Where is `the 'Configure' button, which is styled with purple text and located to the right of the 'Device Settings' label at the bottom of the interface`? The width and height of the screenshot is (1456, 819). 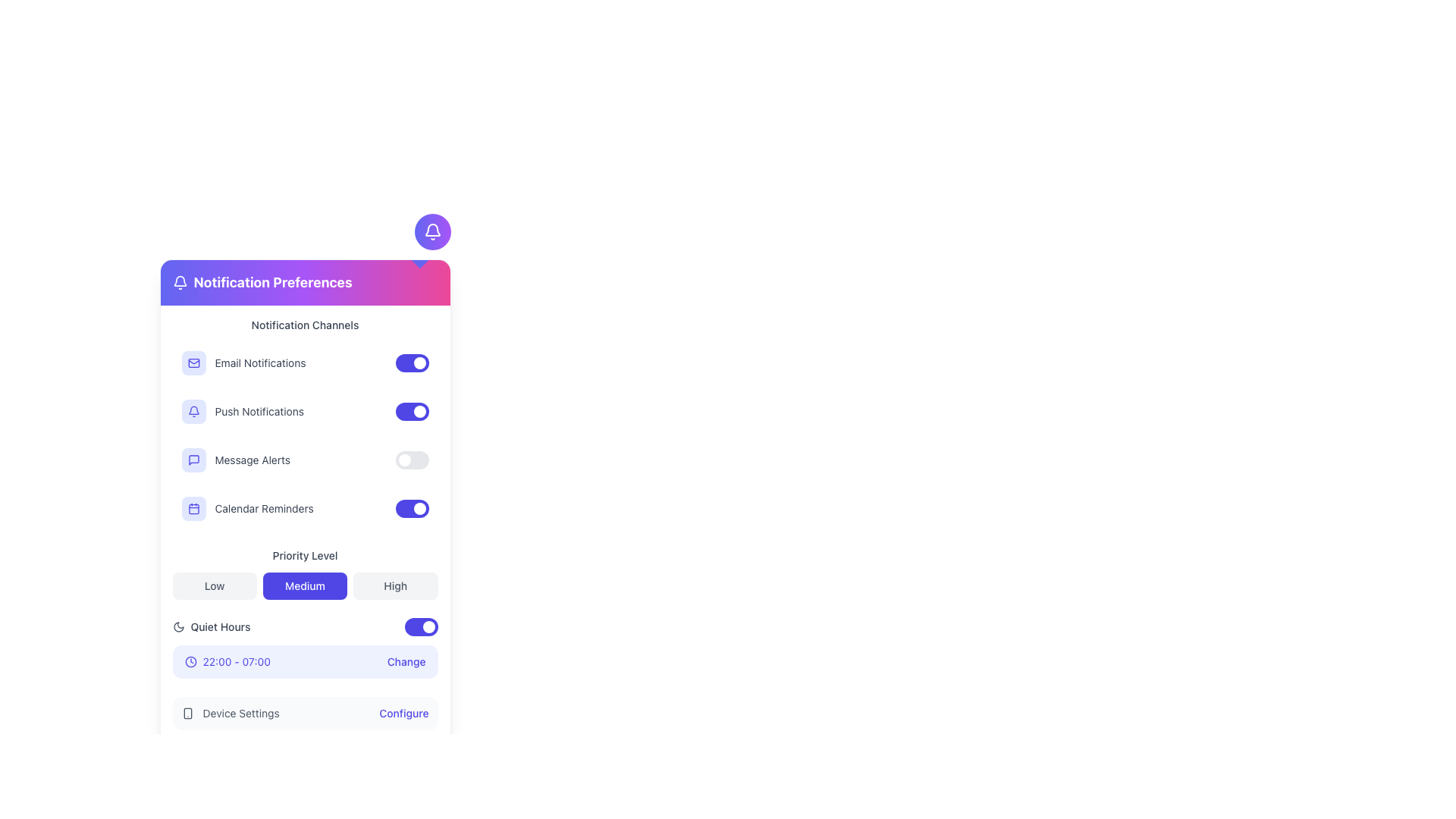
the 'Configure' button, which is styled with purple text and located to the right of the 'Device Settings' label at the bottom of the interface is located at coordinates (403, 714).